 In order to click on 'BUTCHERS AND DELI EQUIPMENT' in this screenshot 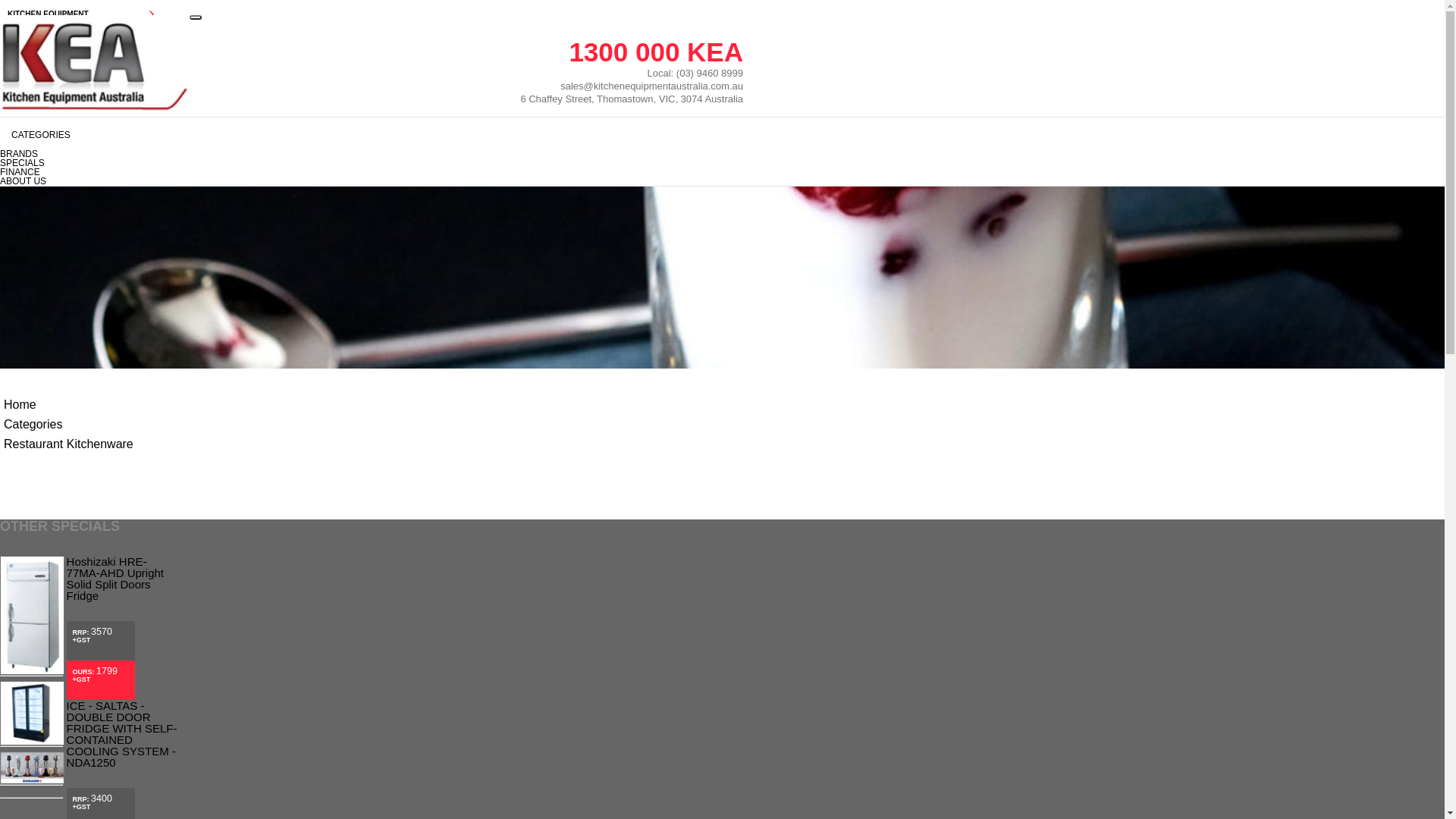, I will do `click(83, 42)`.